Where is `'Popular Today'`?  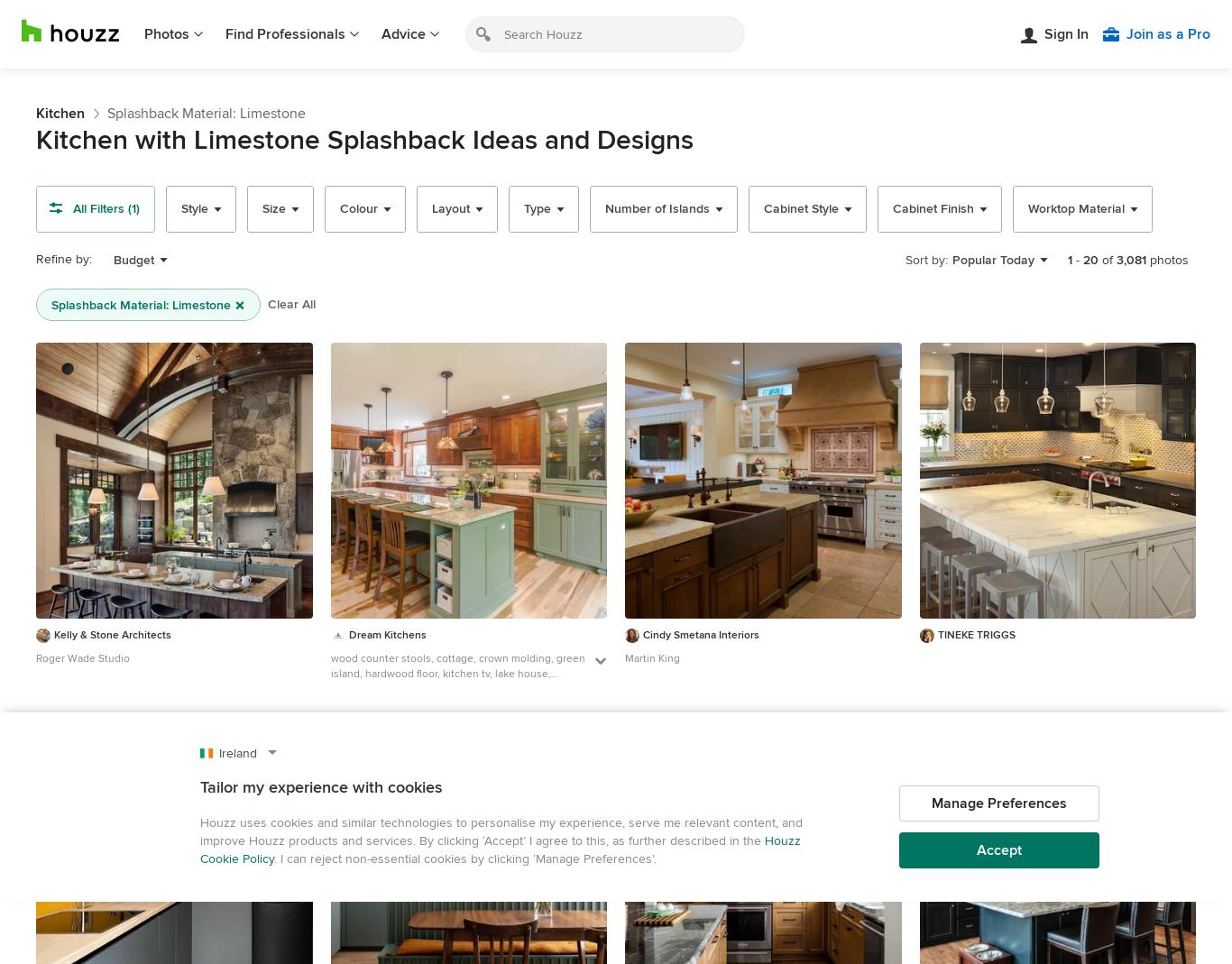 'Popular Today' is located at coordinates (952, 258).